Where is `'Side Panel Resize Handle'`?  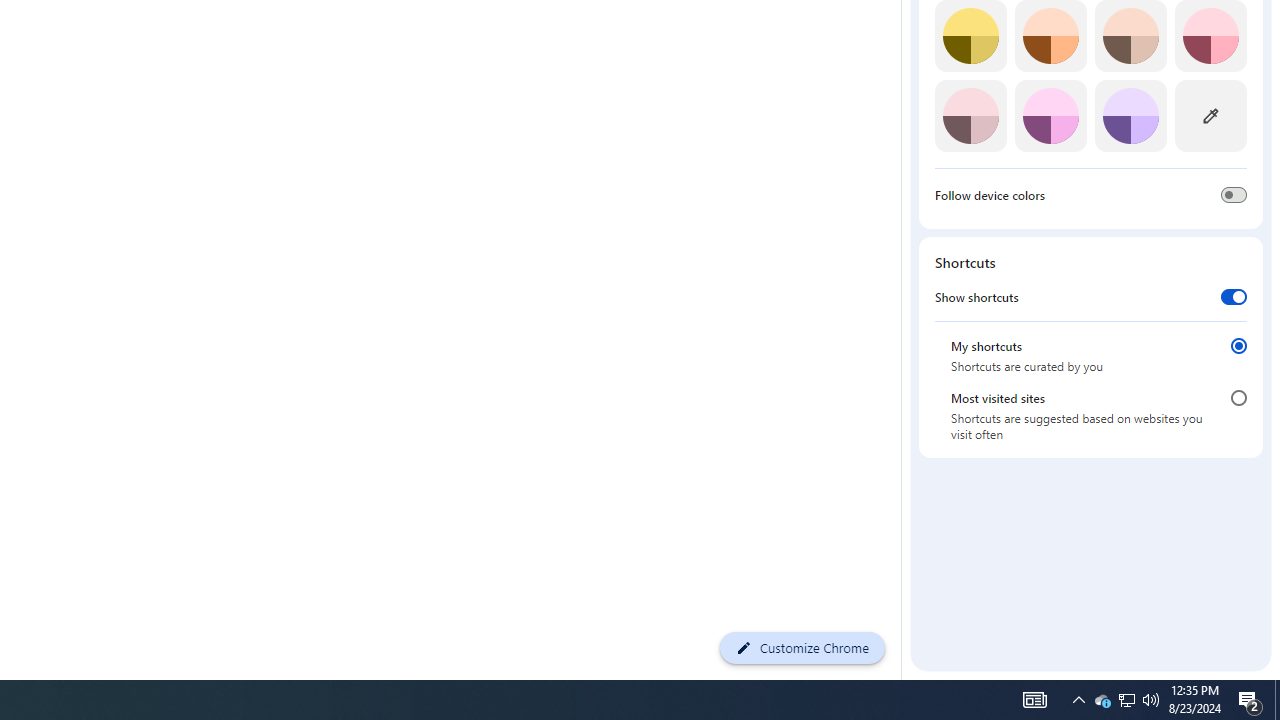
'Side Panel Resize Handle' is located at coordinates (904, 39).